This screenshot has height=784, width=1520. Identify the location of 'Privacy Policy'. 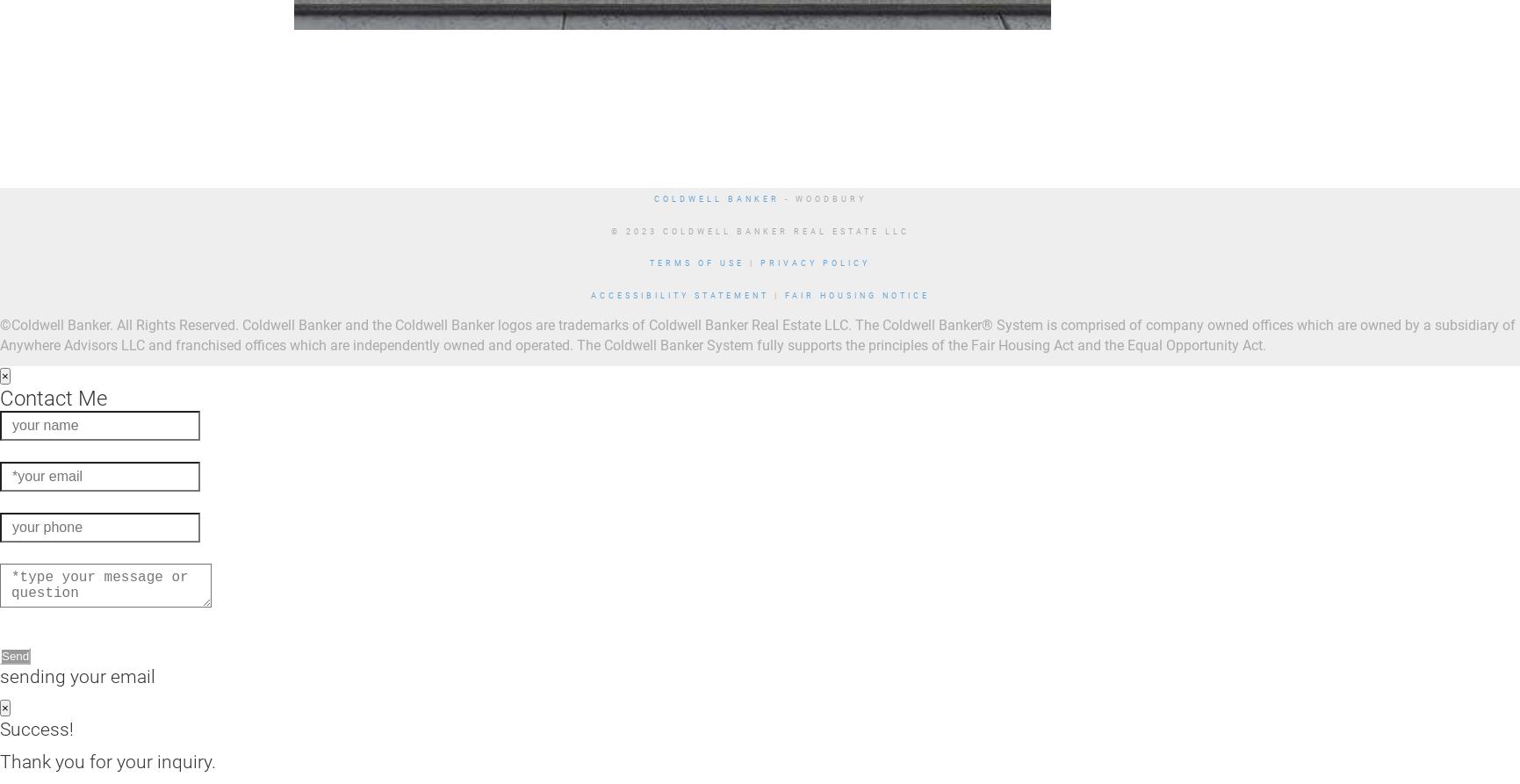
(814, 263).